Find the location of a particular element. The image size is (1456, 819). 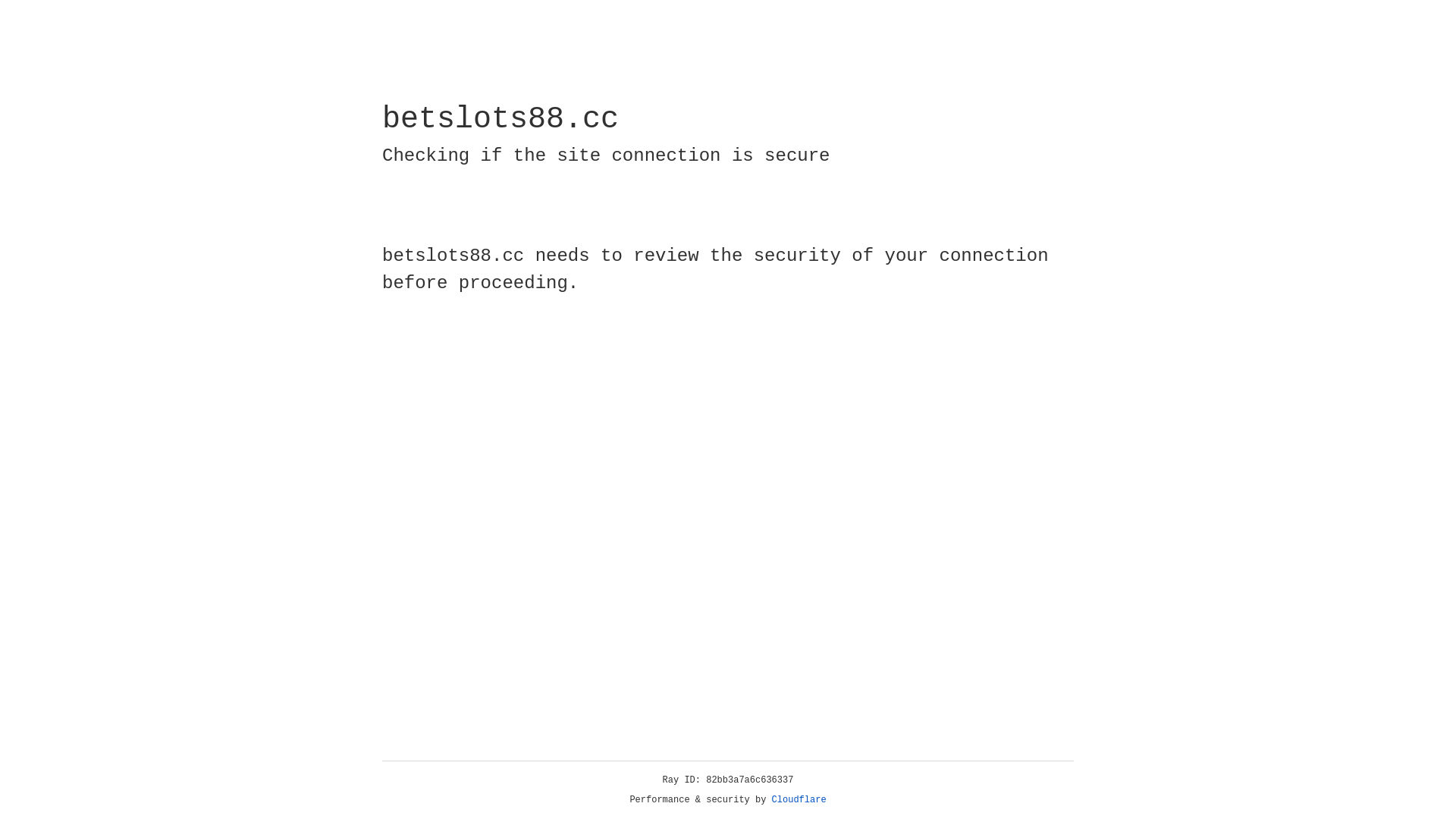

'Cloudflare' is located at coordinates (799, 799).